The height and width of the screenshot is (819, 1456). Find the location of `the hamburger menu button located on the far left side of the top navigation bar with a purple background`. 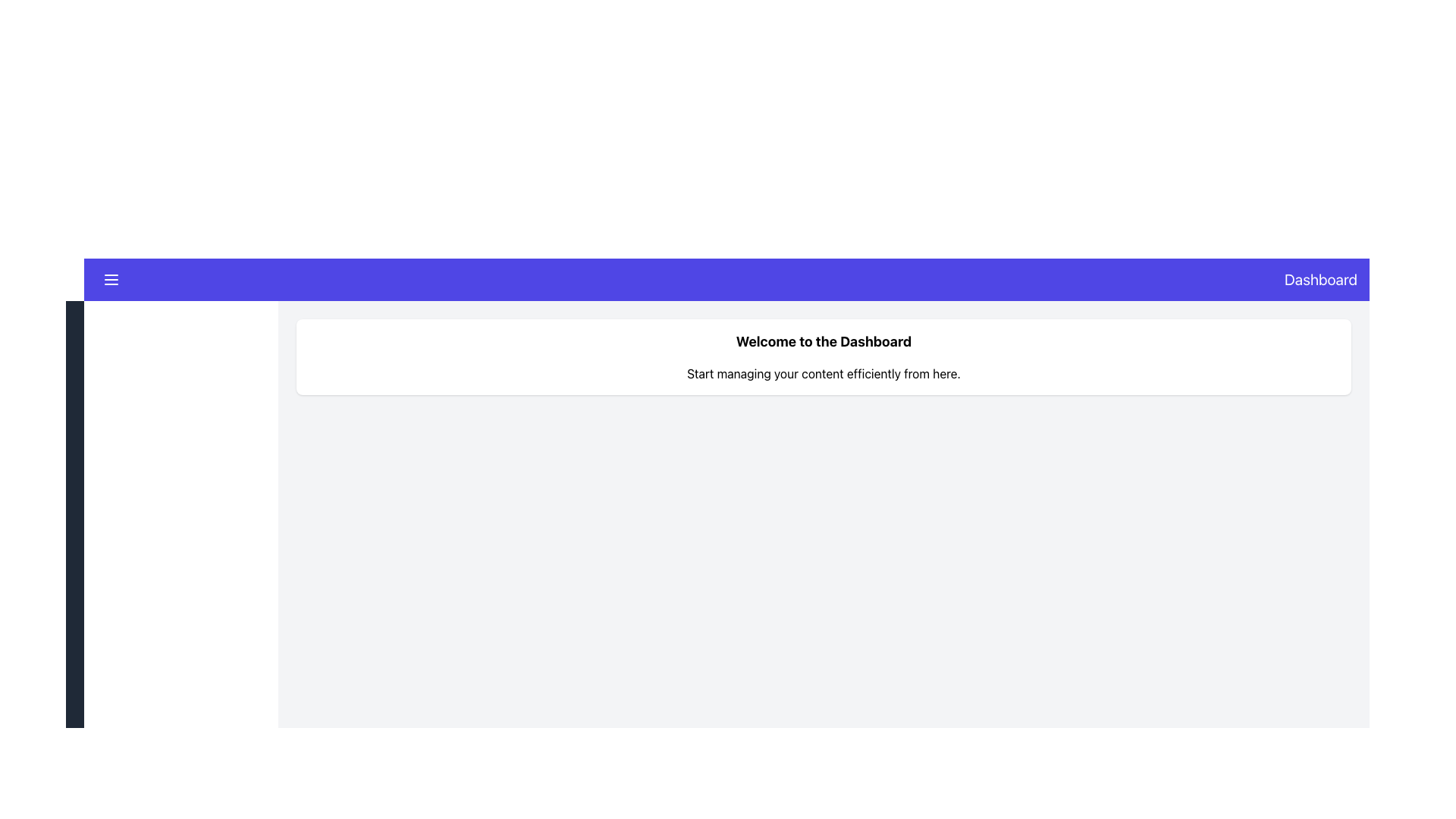

the hamburger menu button located on the far left side of the top navigation bar with a purple background is located at coordinates (111, 280).